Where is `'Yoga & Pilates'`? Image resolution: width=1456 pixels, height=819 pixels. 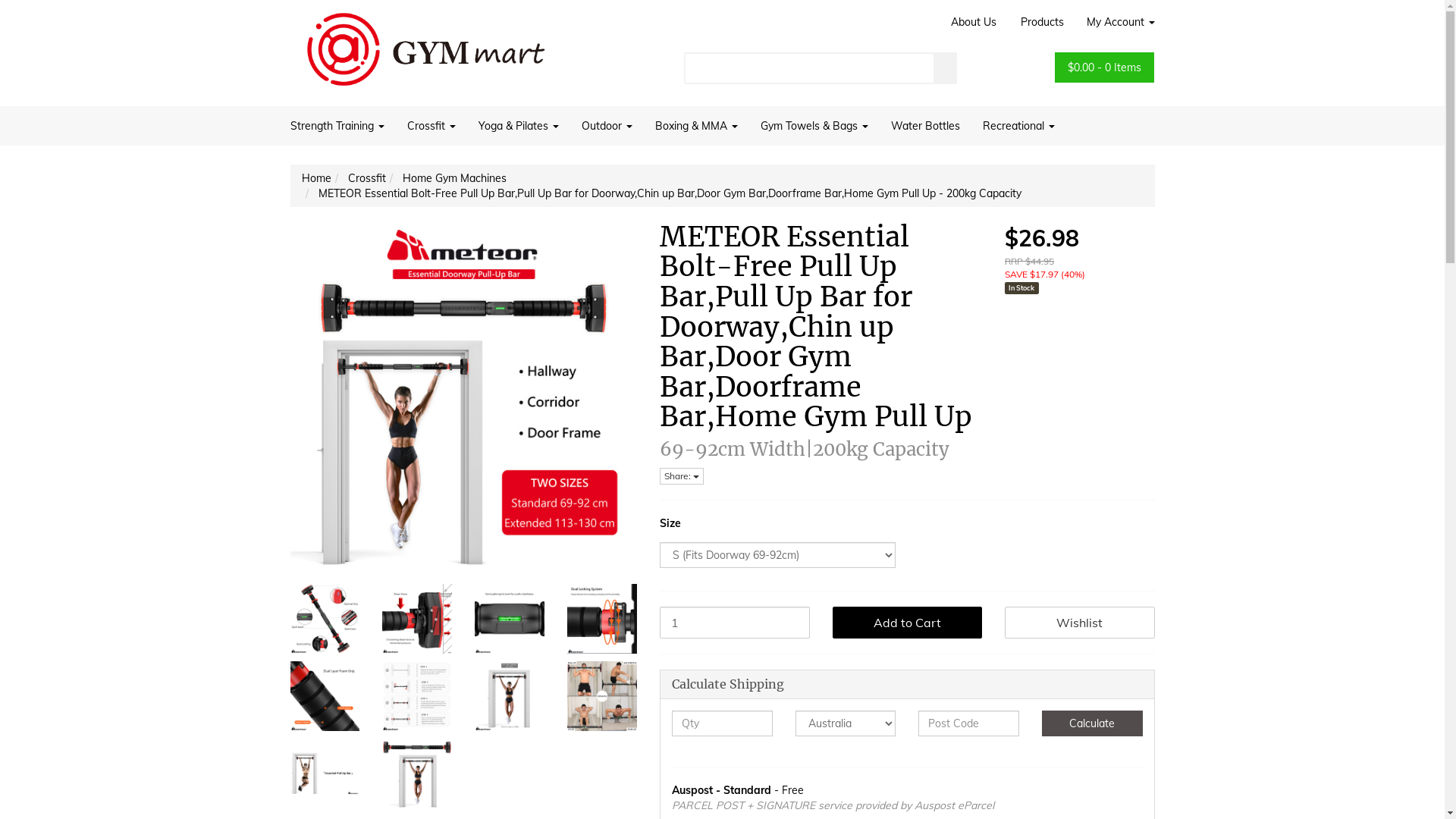 'Yoga & Pilates' is located at coordinates (466, 124).